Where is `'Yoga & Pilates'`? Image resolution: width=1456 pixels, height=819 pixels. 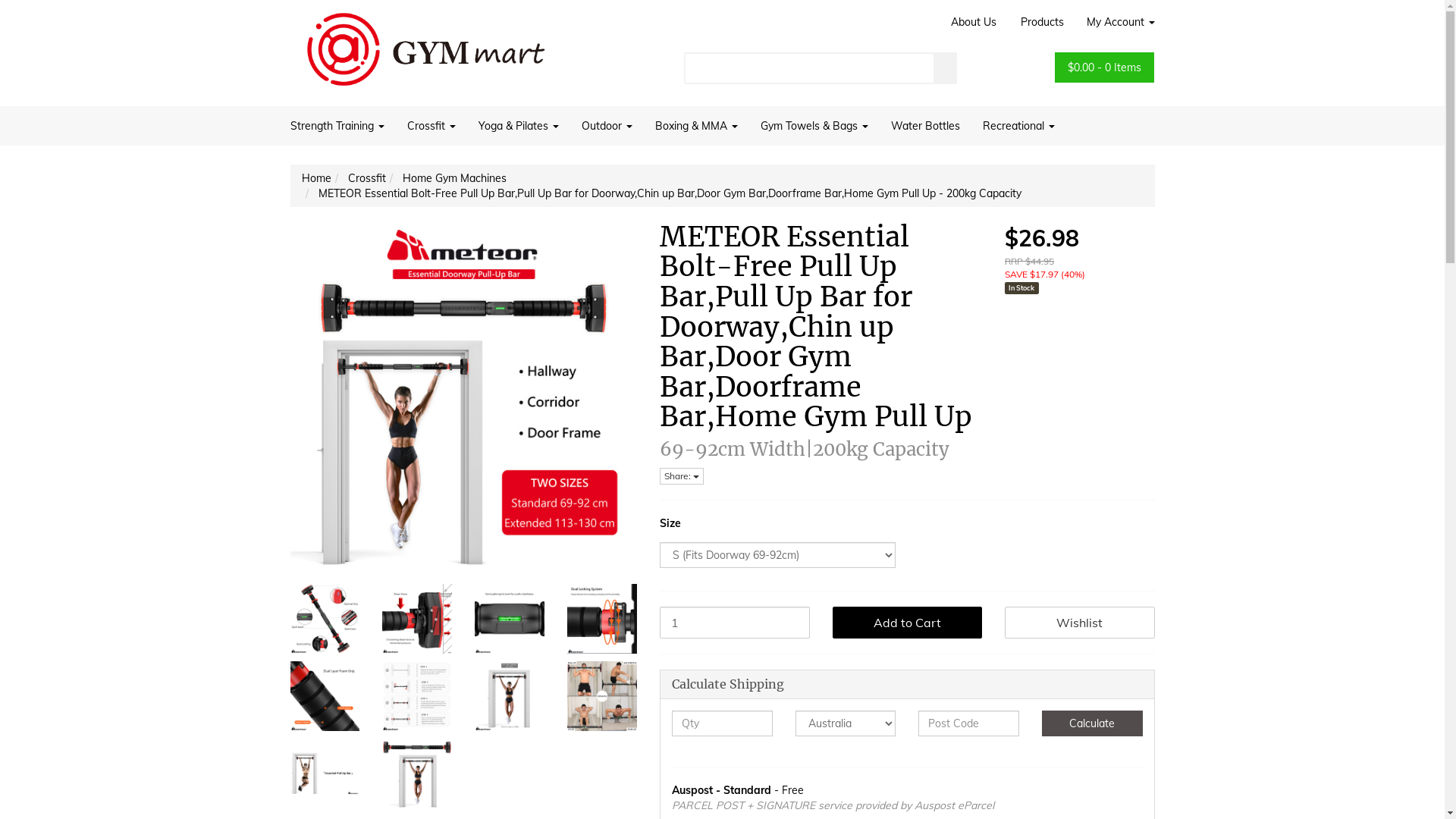 'Yoga & Pilates' is located at coordinates (466, 124).